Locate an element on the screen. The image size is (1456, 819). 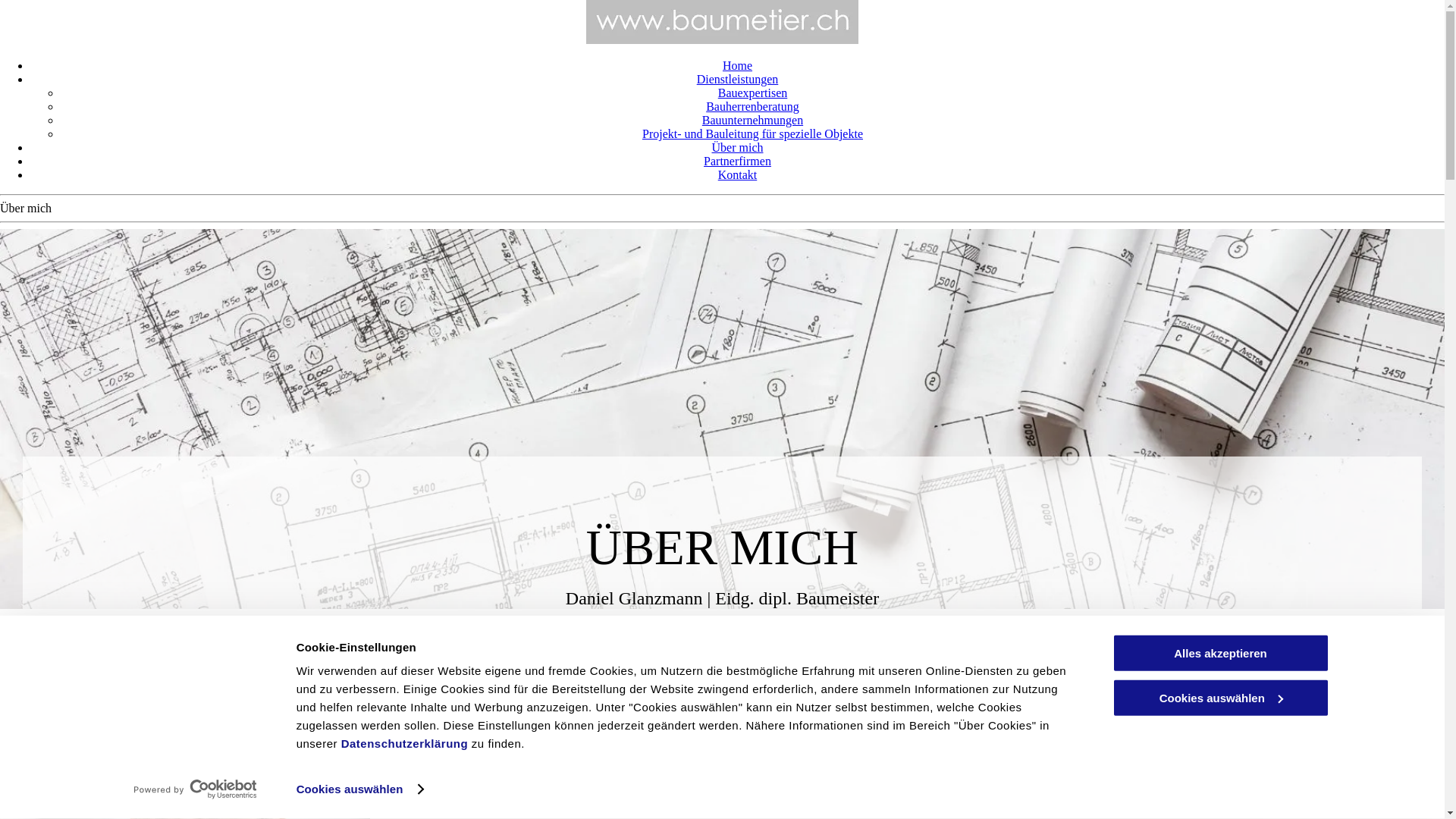
'Bauherrenberatung' is located at coordinates (705, 105).